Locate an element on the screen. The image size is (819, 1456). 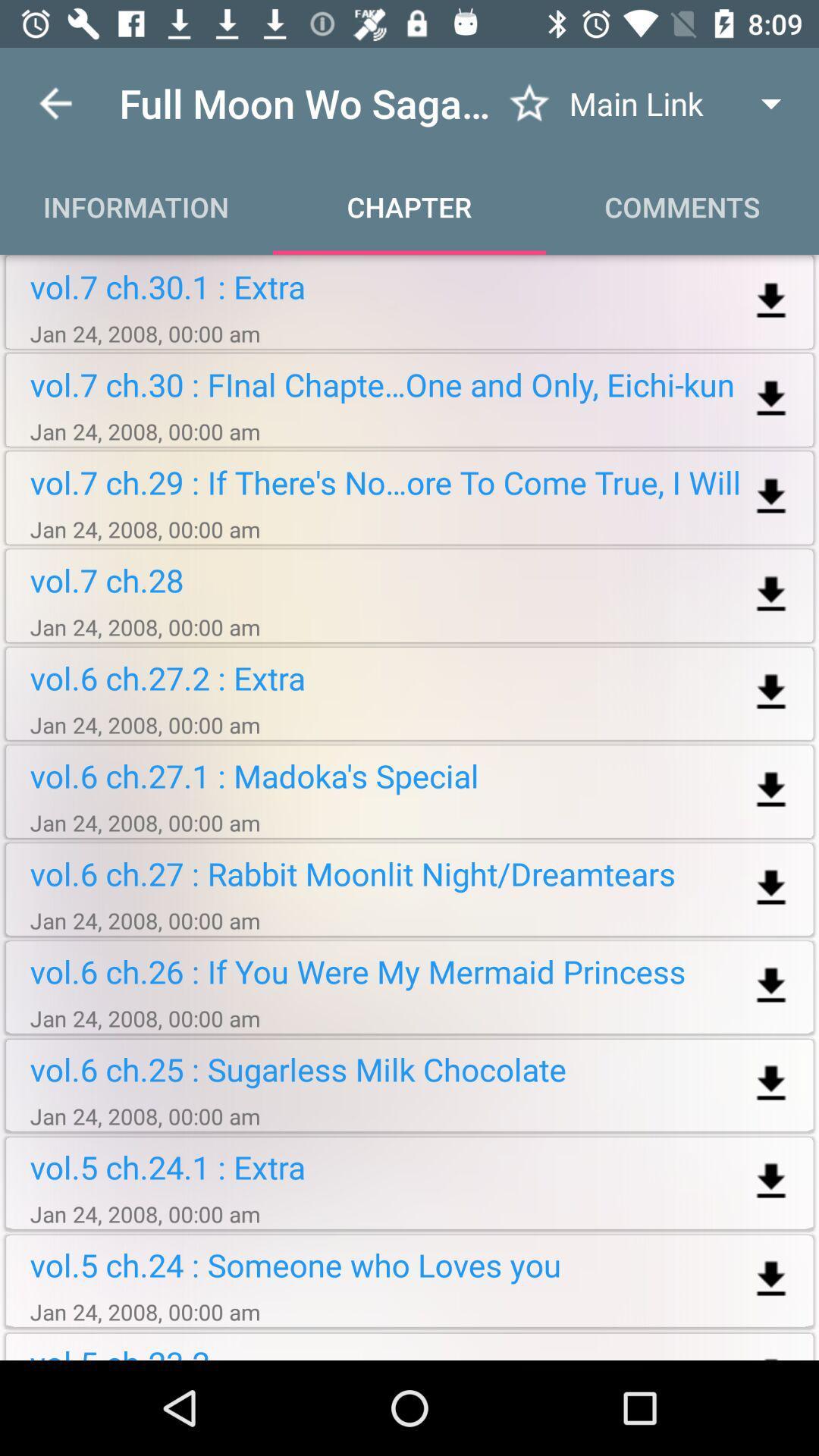
download the chapter is located at coordinates (771, 1181).